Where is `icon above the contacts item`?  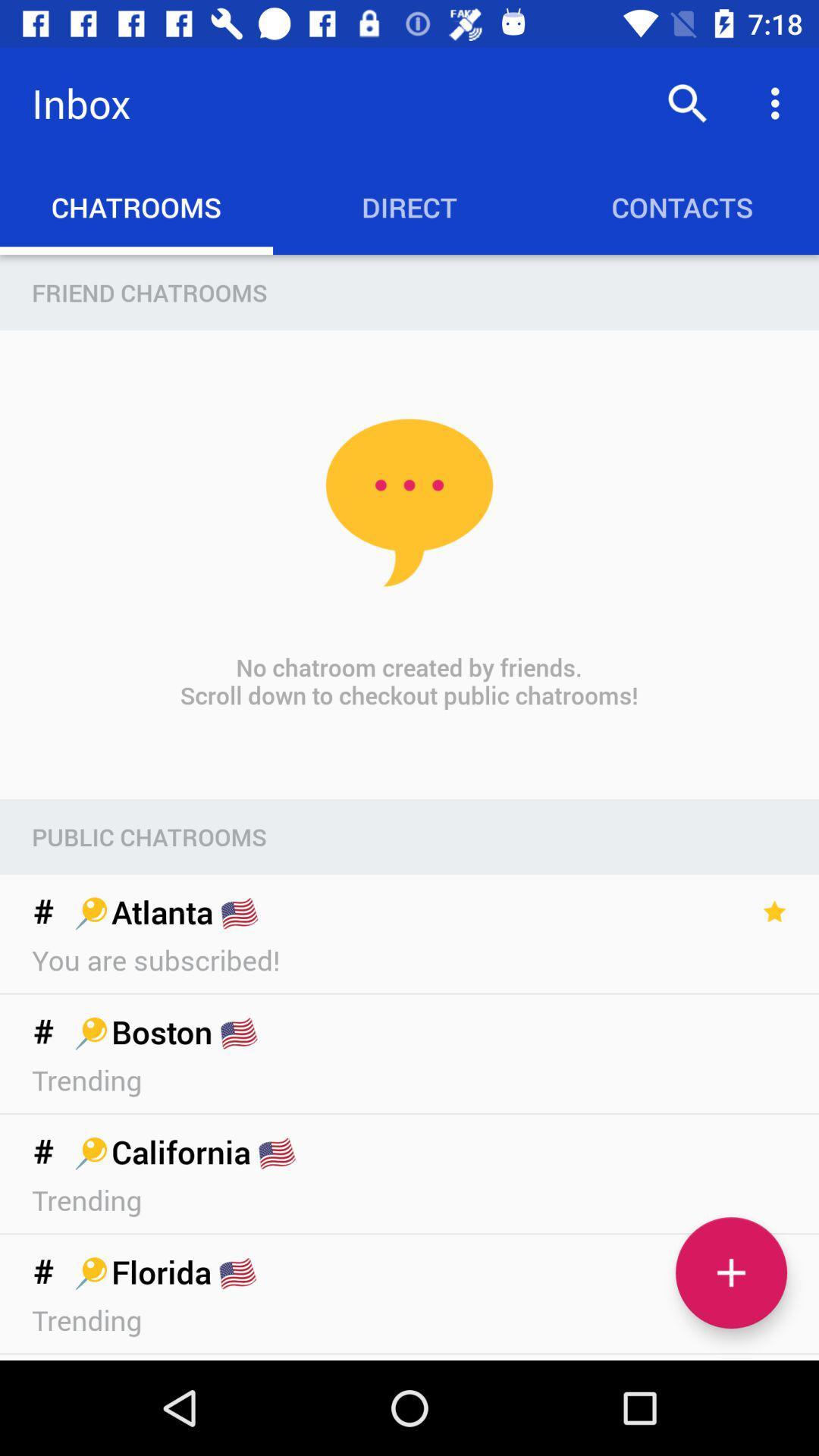 icon above the contacts item is located at coordinates (779, 102).